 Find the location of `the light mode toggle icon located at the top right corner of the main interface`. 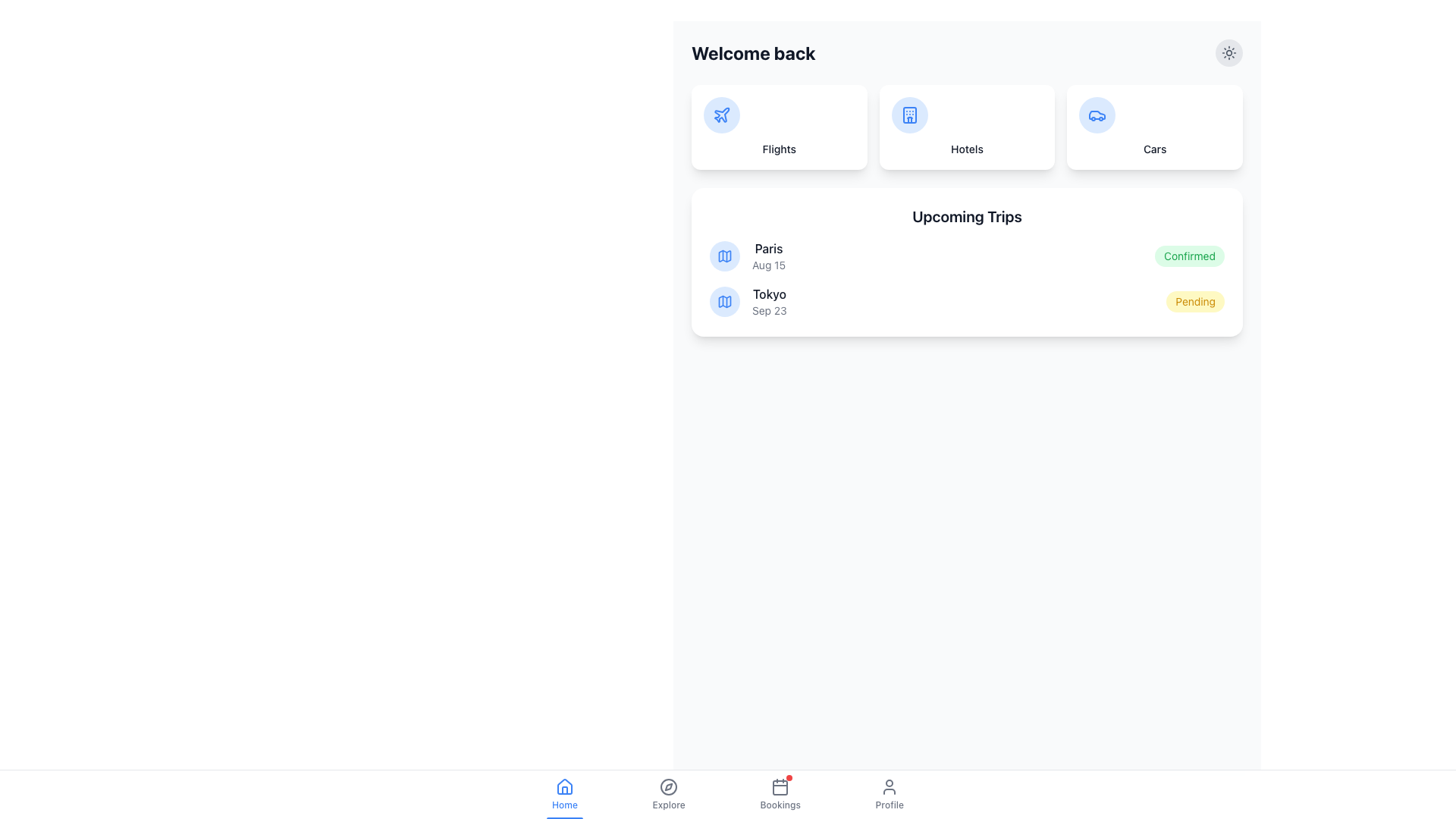

the light mode toggle icon located at the top right corner of the main interface is located at coordinates (1229, 52).